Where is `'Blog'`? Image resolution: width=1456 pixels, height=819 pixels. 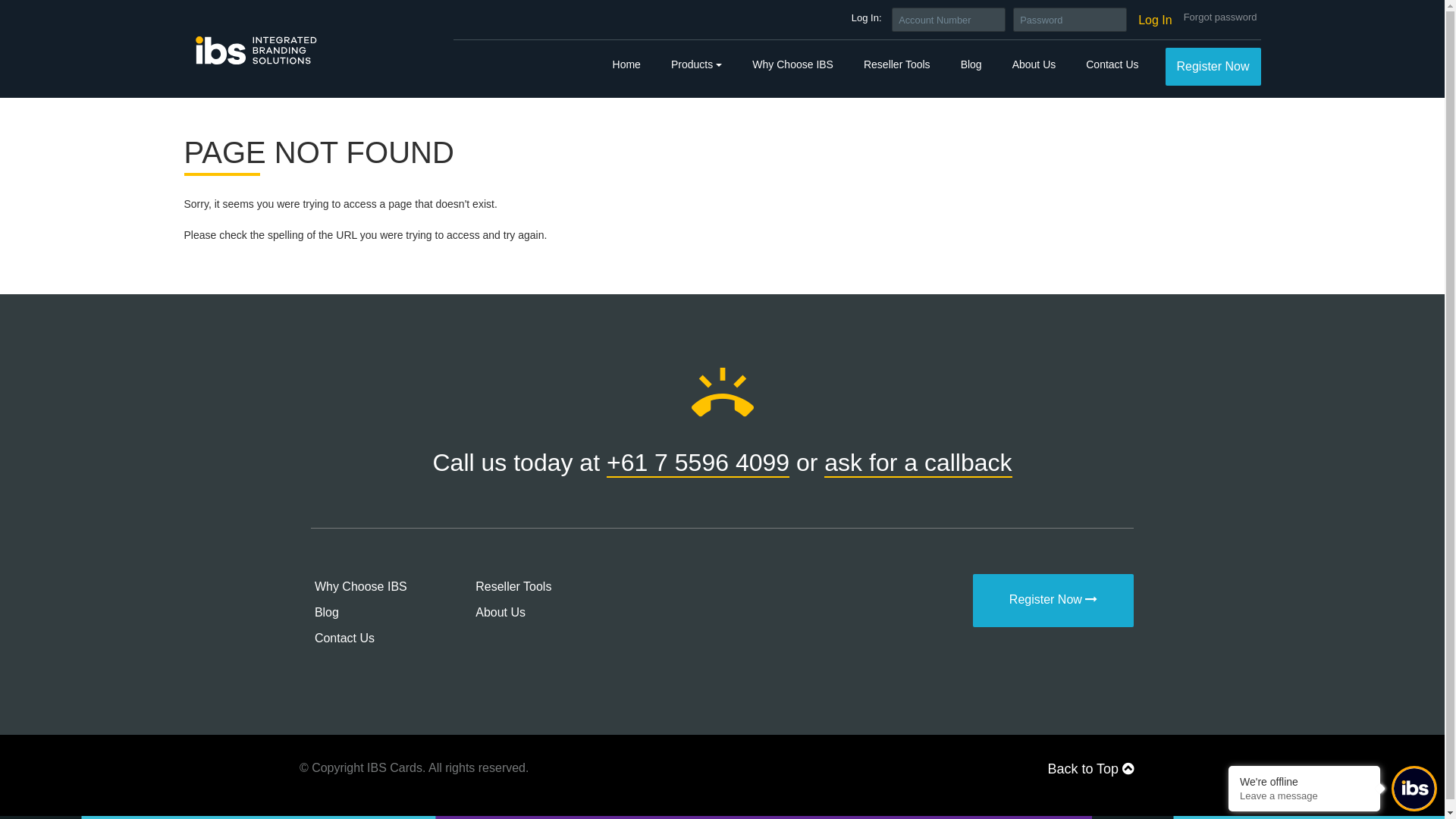
'Blog' is located at coordinates (313, 610).